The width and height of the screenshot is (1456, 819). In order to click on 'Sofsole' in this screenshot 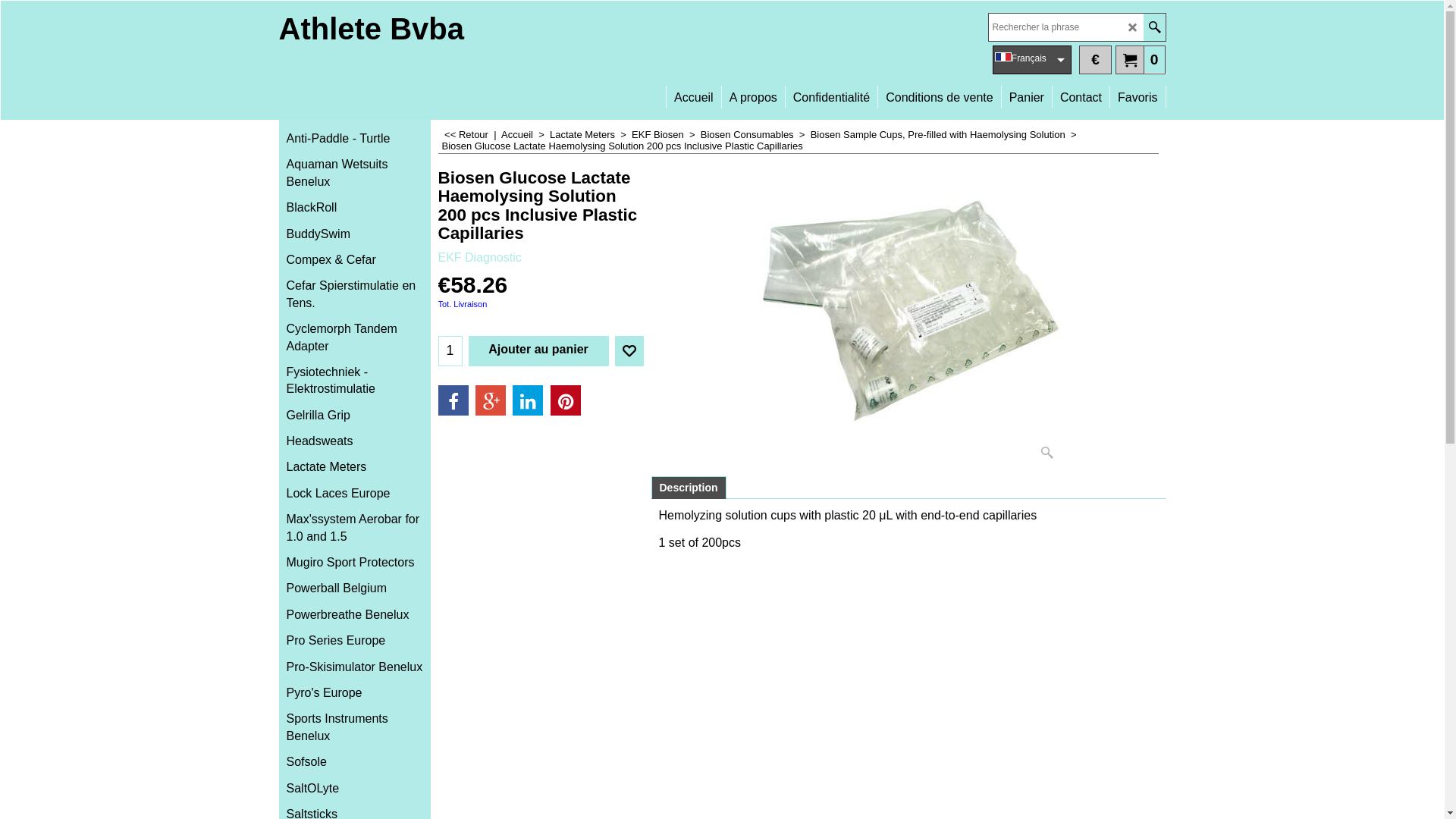, I will do `click(354, 762)`.